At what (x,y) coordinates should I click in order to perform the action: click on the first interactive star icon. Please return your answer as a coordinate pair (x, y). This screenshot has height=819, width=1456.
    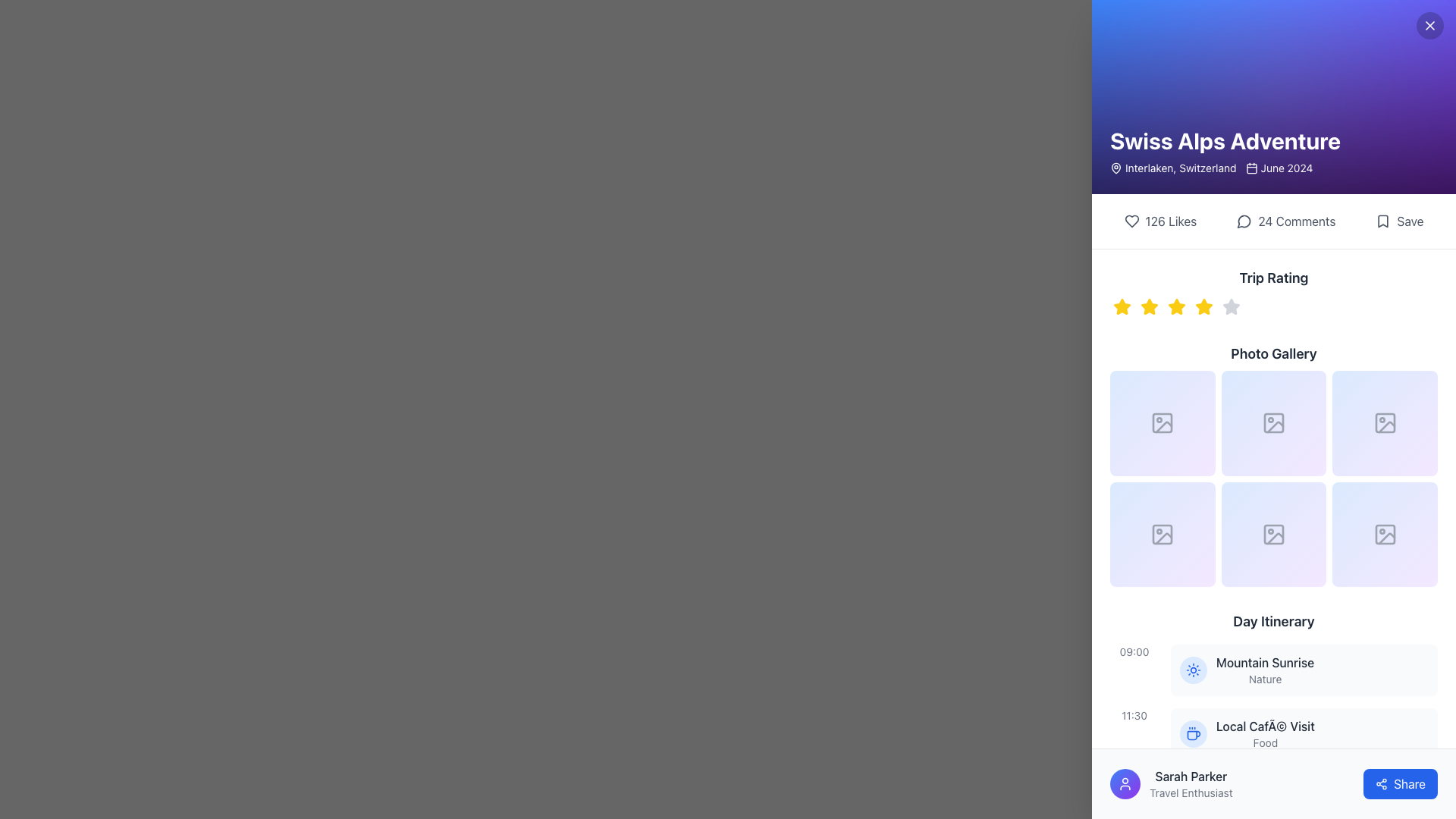
    Looking at the image, I should click on (1122, 307).